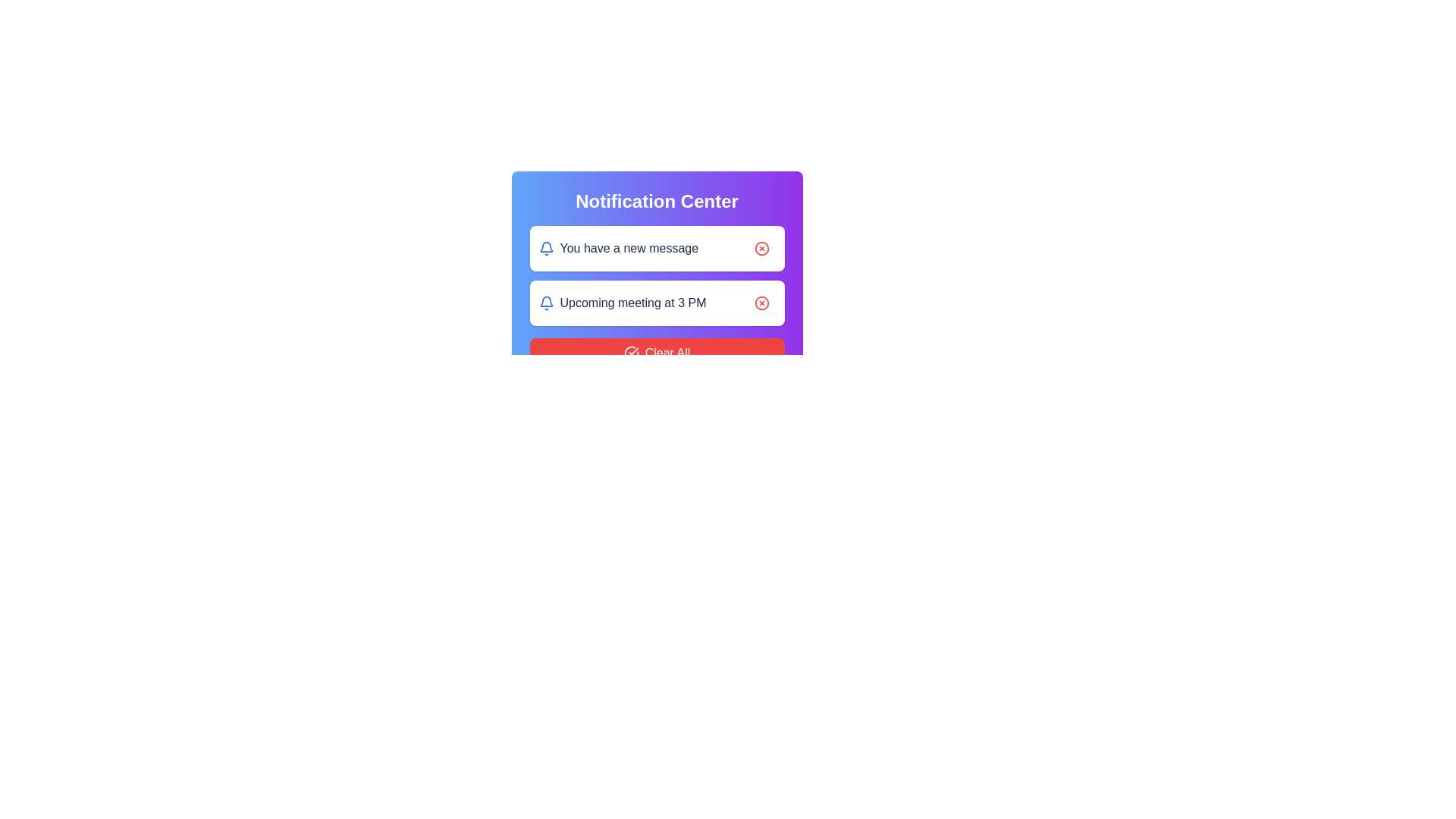 This screenshot has height=819, width=1456. Describe the element at coordinates (546, 247) in the screenshot. I see `the bell icon indicating a new message in the Notification Center, which is located to the left of the text 'You have a new message'` at that location.